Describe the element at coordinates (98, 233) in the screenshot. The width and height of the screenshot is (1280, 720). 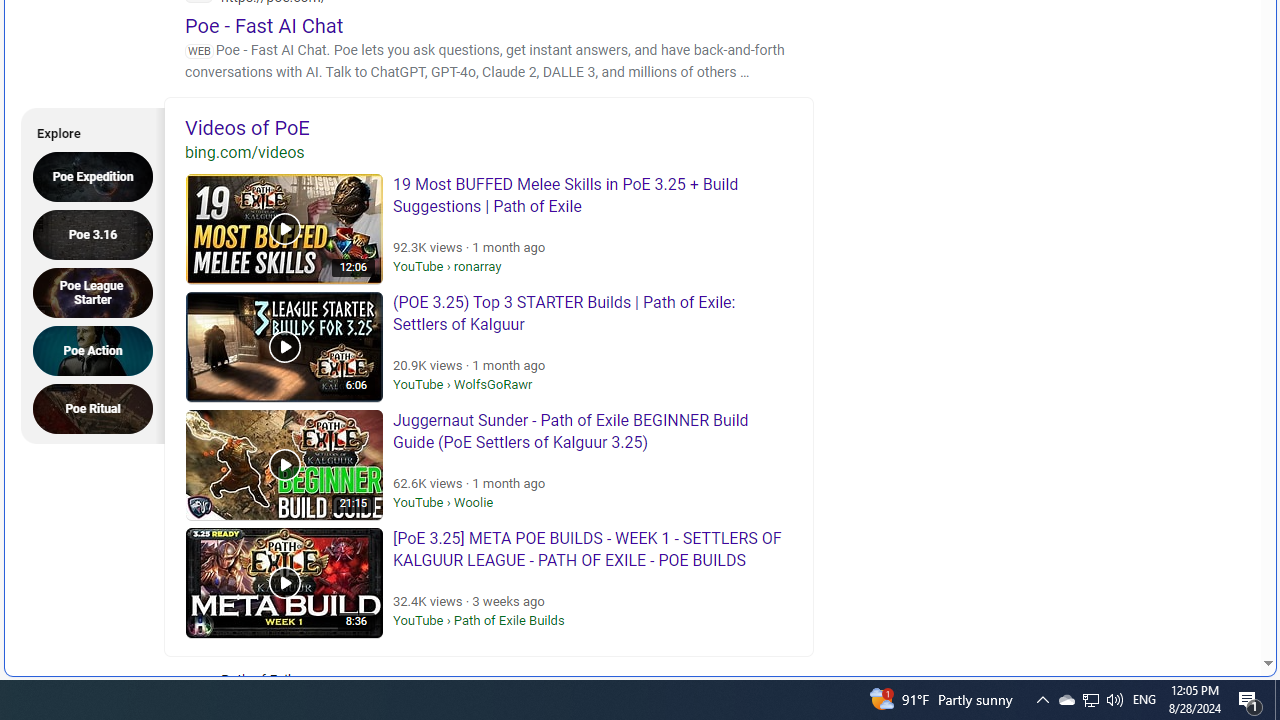
I see `'Poe 3.16'` at that location.